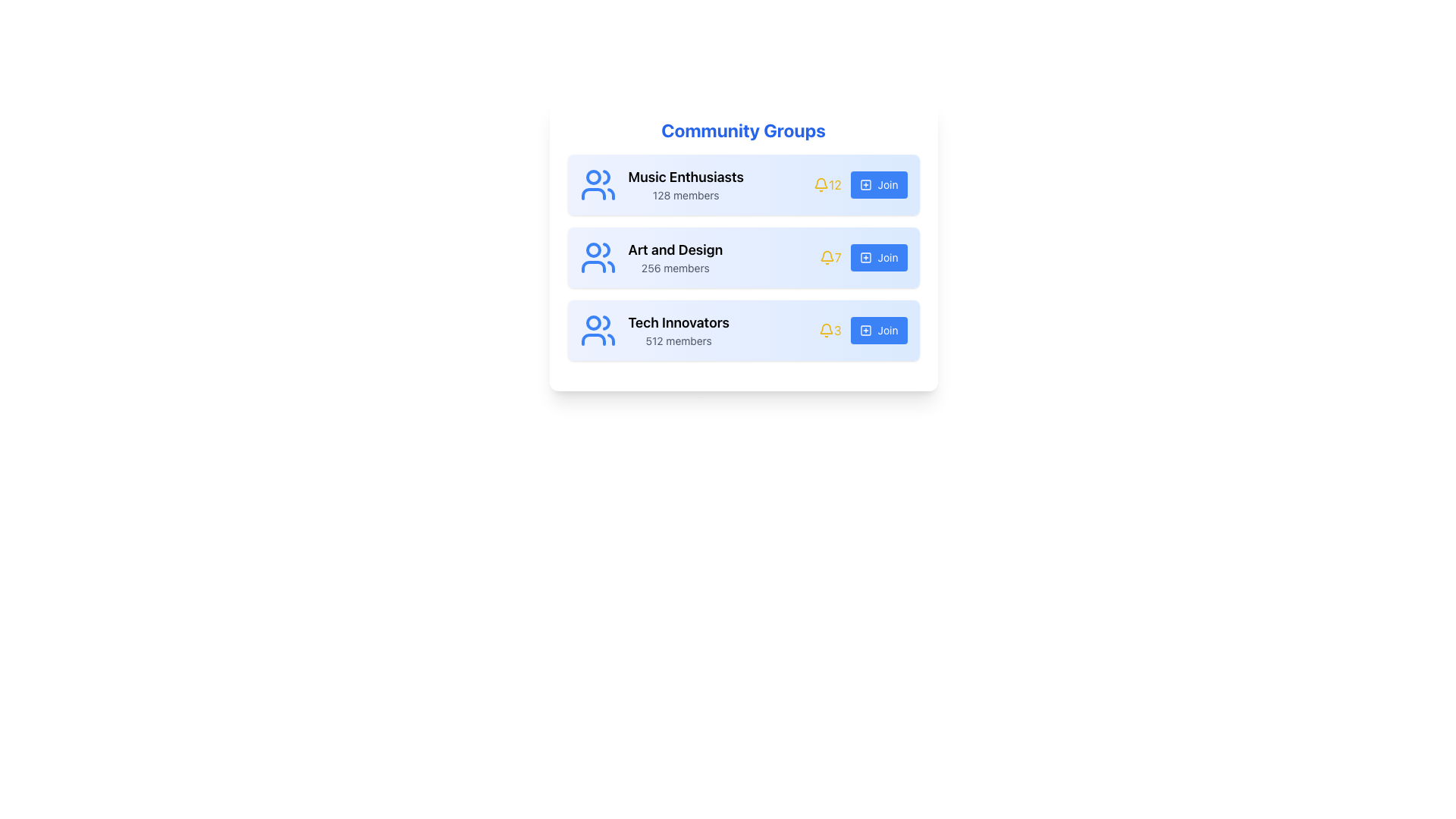 This screenshot has height=819, width=1456. What do you see at coordinates (678, 329) in the screenshot?
I see `text displayed in the community group section for 'Tech Innovators', located at the bottom row beneath 'Art and Design'` at bounding box center [678, 329].